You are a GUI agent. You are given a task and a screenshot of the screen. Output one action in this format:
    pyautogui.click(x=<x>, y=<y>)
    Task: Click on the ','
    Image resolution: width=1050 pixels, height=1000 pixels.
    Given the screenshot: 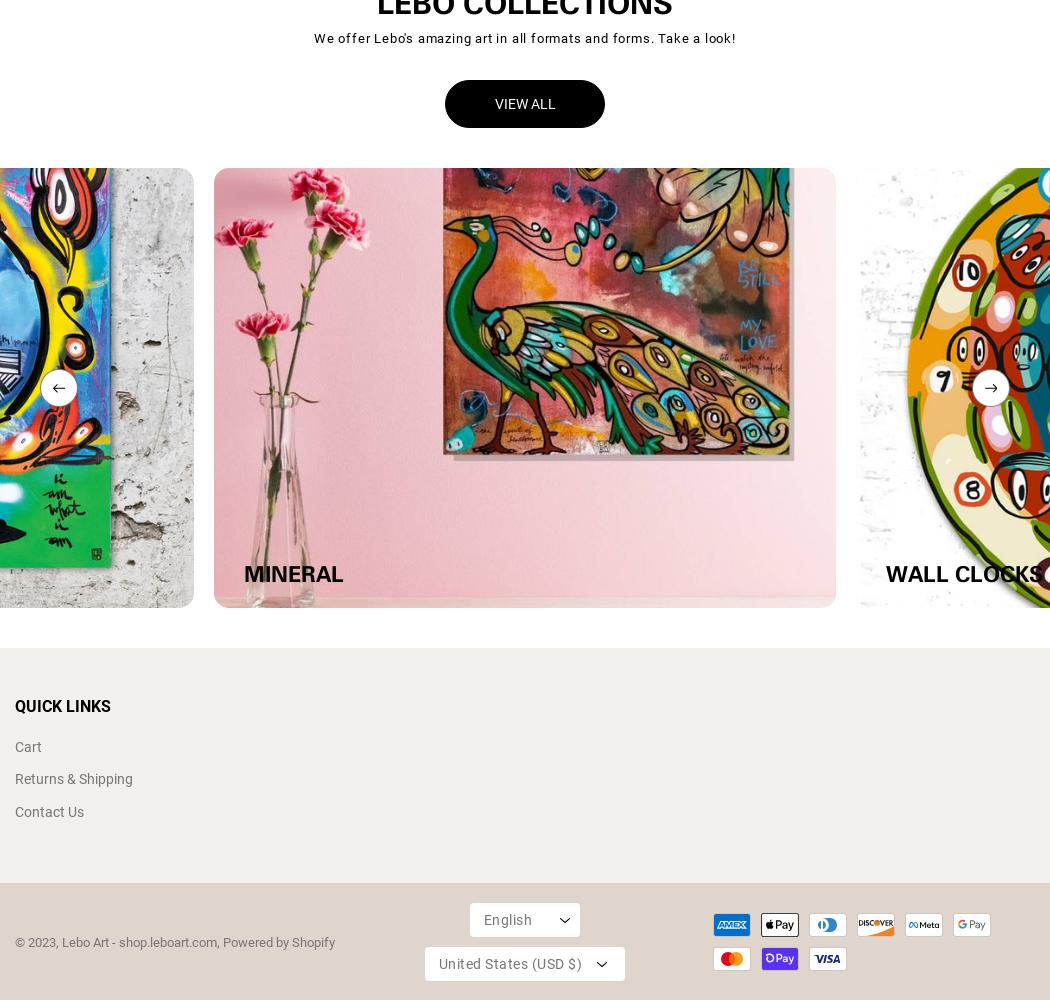 What is the action you would take?
    pyautogui.click(x=218, y=940)
    